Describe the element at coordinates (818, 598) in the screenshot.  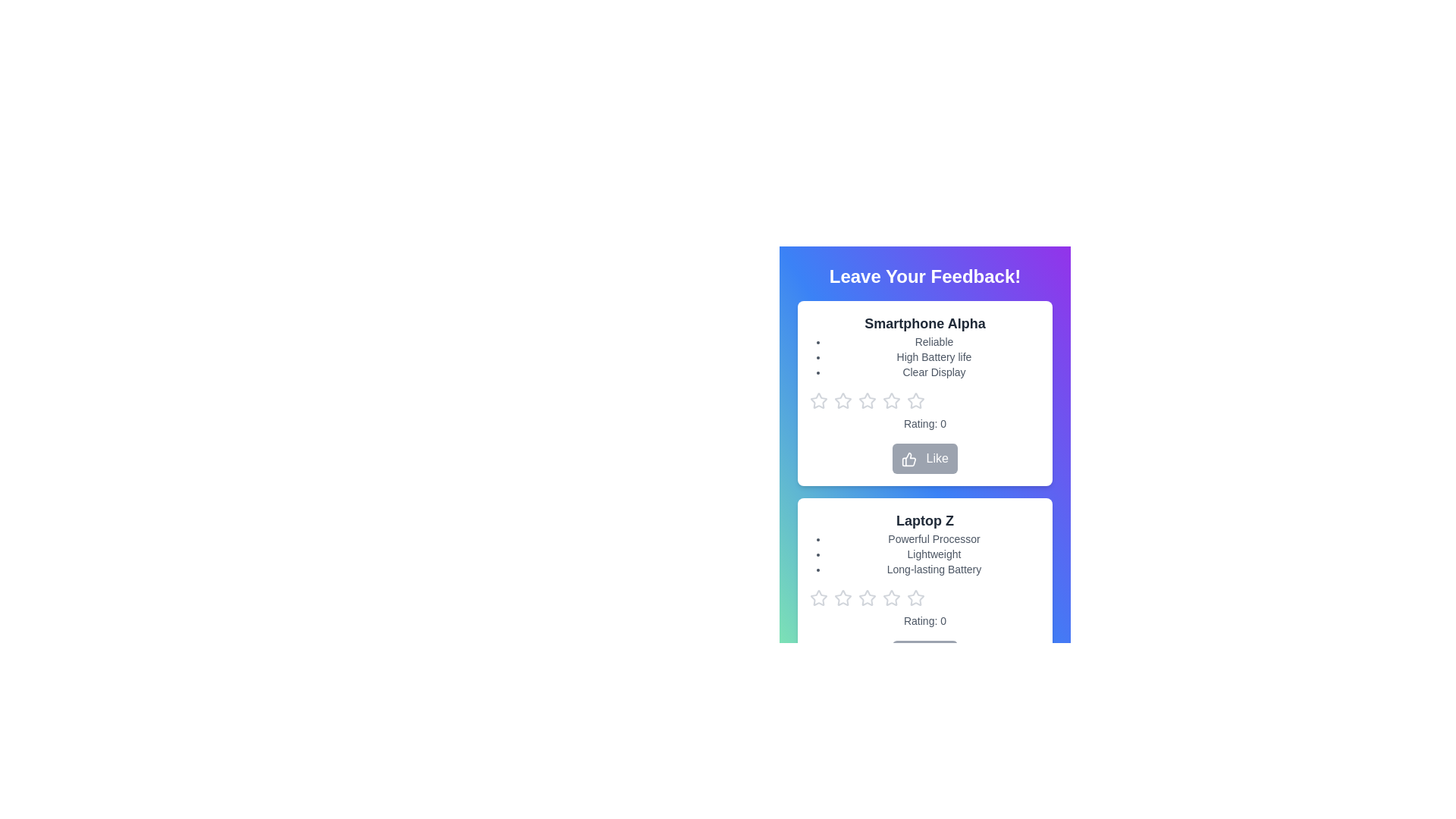
I see `the first interactive star icon for rating purposes located below the 'Laptop Z' product review section` at that location.